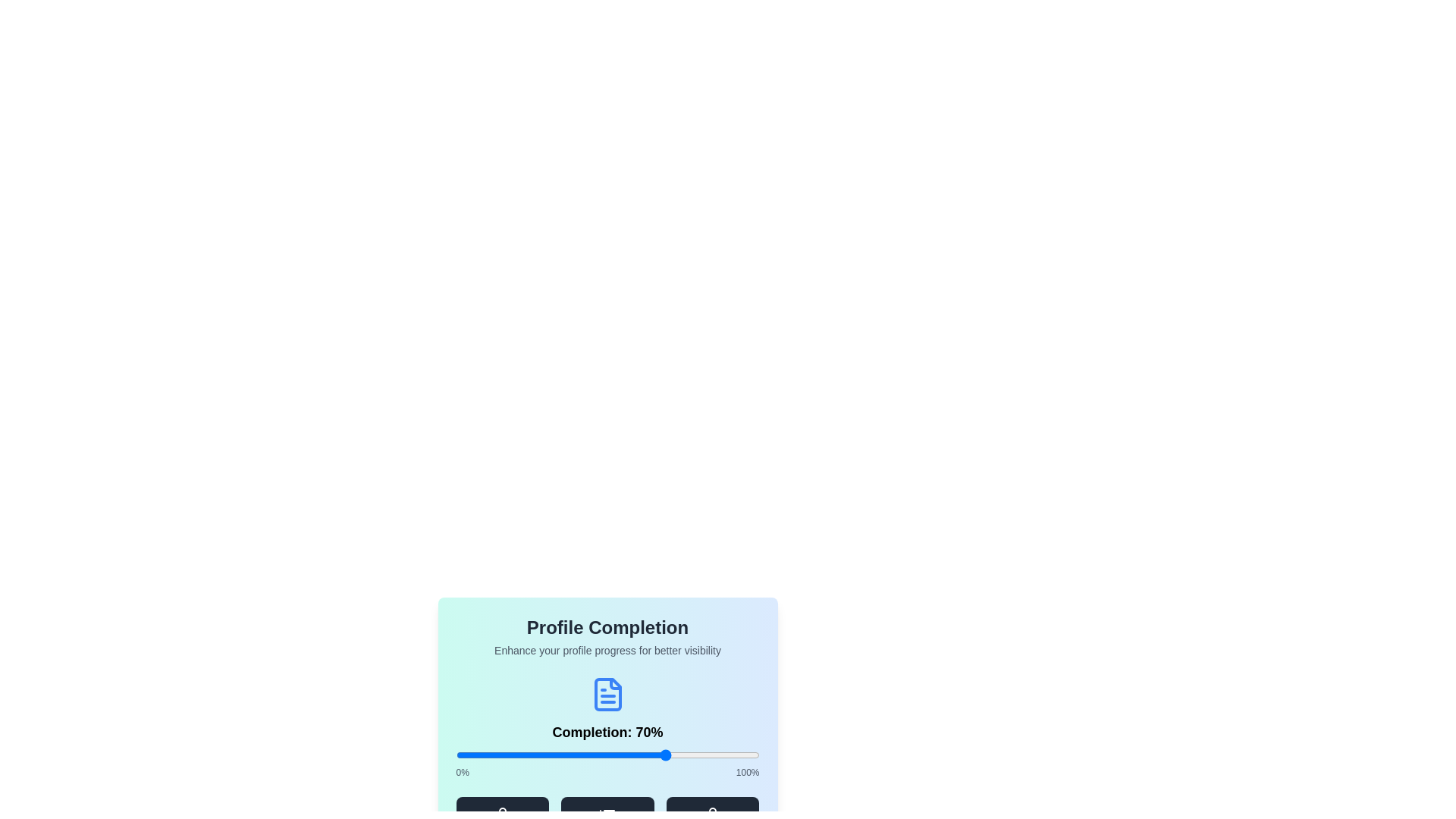 The height and width of the screenshot is (819, 1456). What do you see at coordinates (607, 772) in the screenshot?
I see `values of the text labels indicating the start (0%) and end (100%) points of the slider range located below the slider bar in the 'Completion: 70%' section` at bounding box center [607, 772].